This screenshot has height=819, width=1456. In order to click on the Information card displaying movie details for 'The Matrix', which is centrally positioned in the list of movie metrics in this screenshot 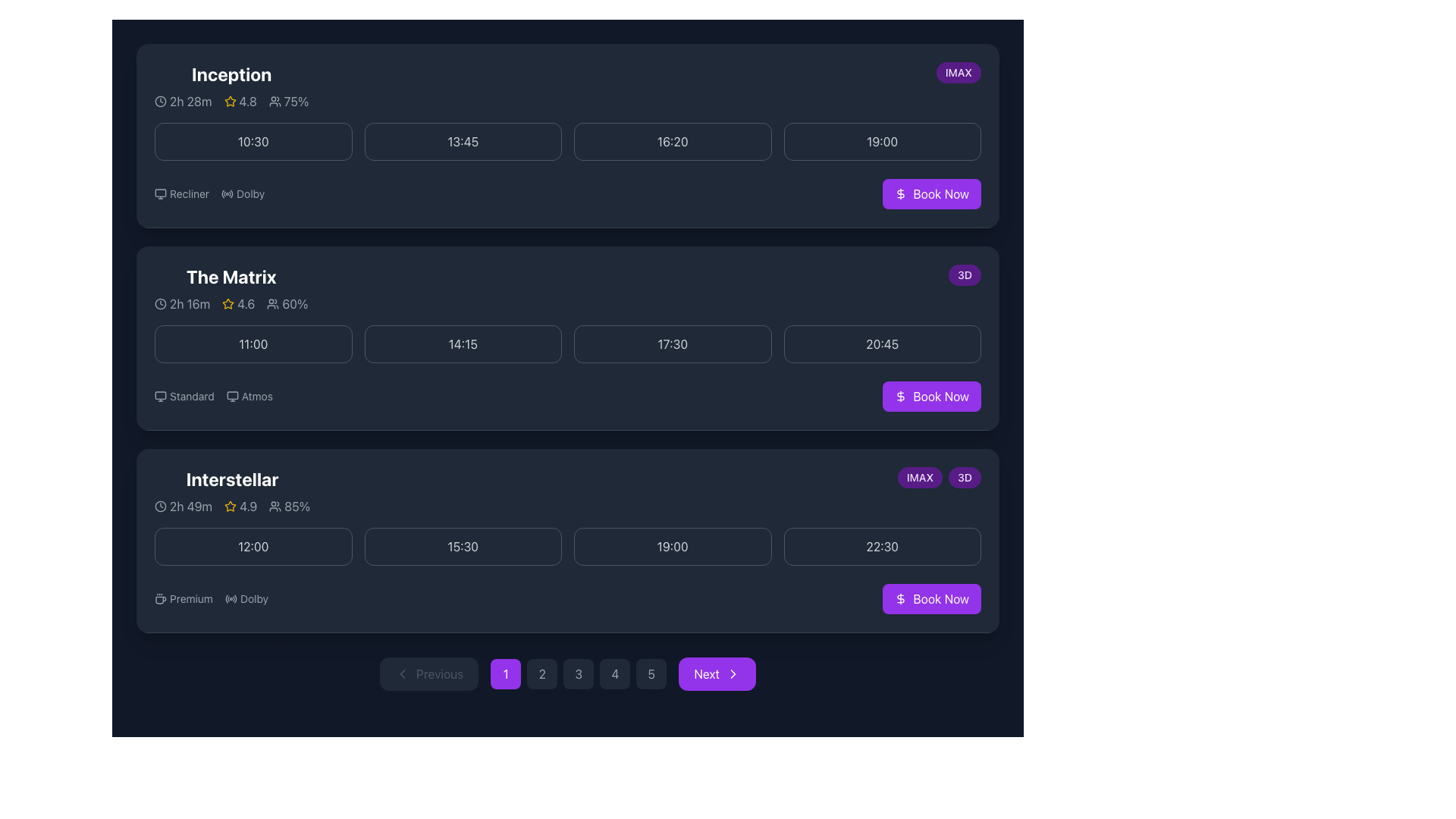, I will do `click(231, 289)`.